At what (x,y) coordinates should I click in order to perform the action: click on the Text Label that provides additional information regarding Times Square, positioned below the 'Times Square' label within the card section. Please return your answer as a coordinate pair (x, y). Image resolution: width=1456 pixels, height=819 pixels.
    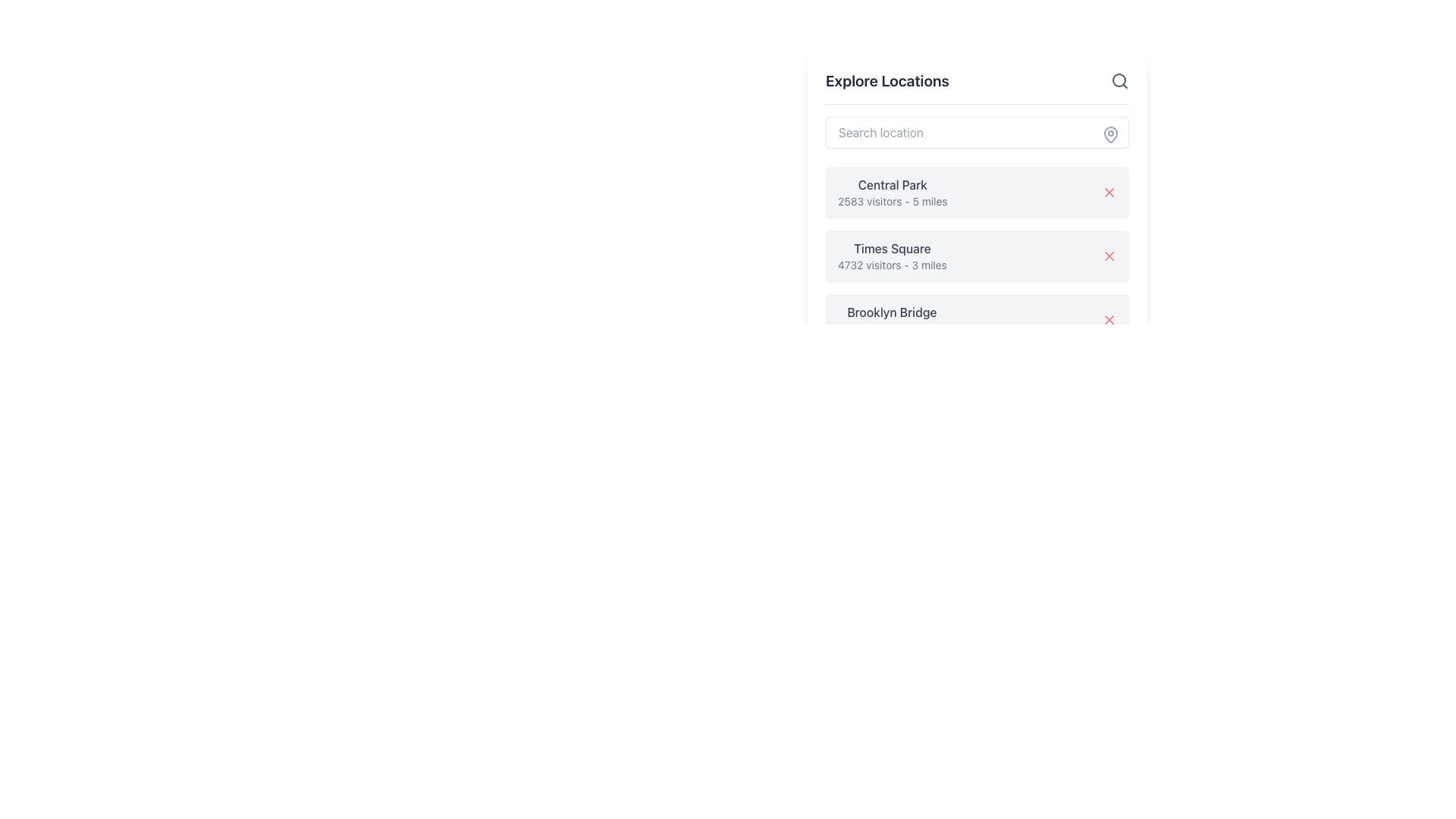
    Looking at the image, I should click on (892, 265).